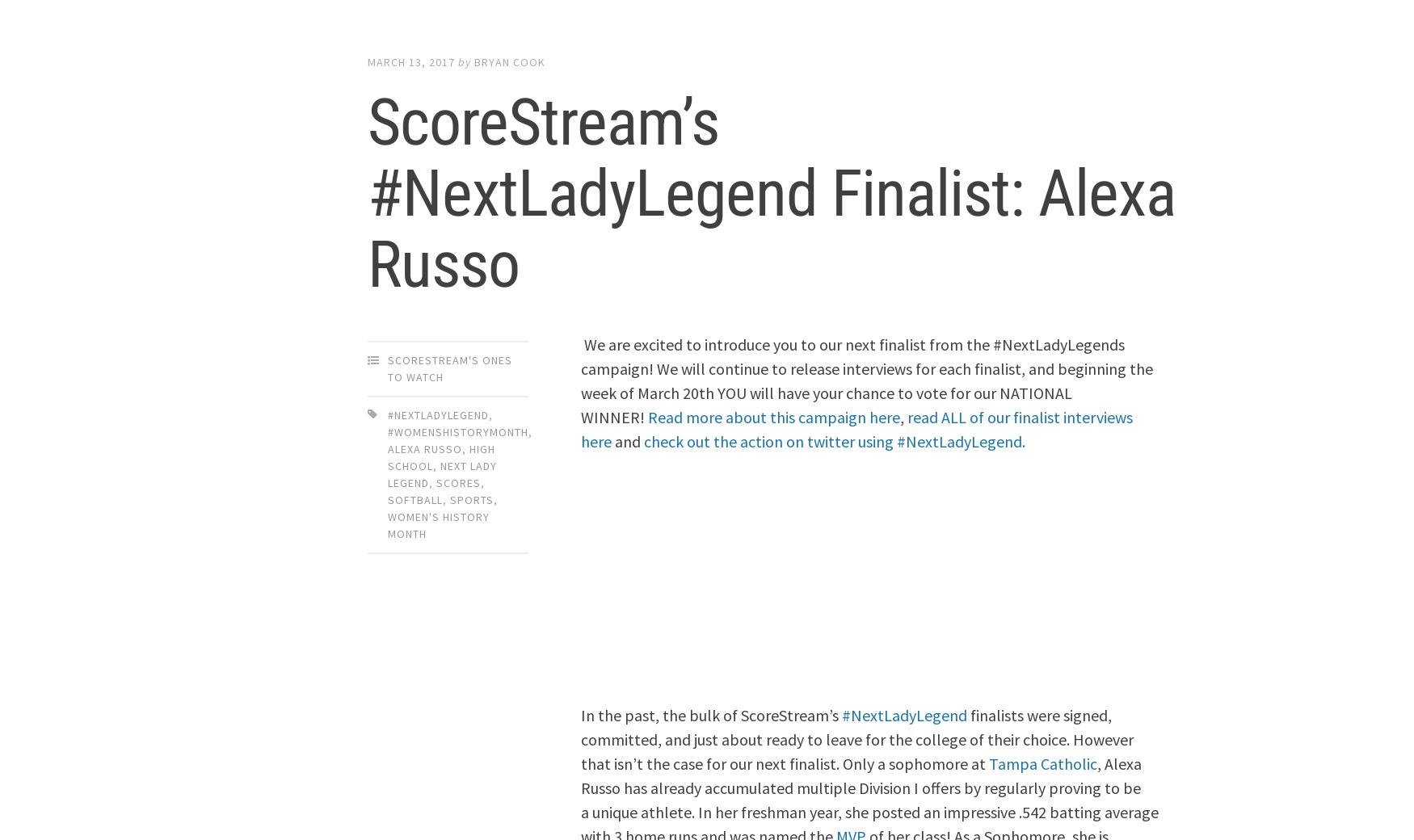 This screenshot has height=840, width=1414. What do you see at coordinates (441, 472) in the screenshot?
I see `'Next Lady Legend'` at bounding box center [441, 472].